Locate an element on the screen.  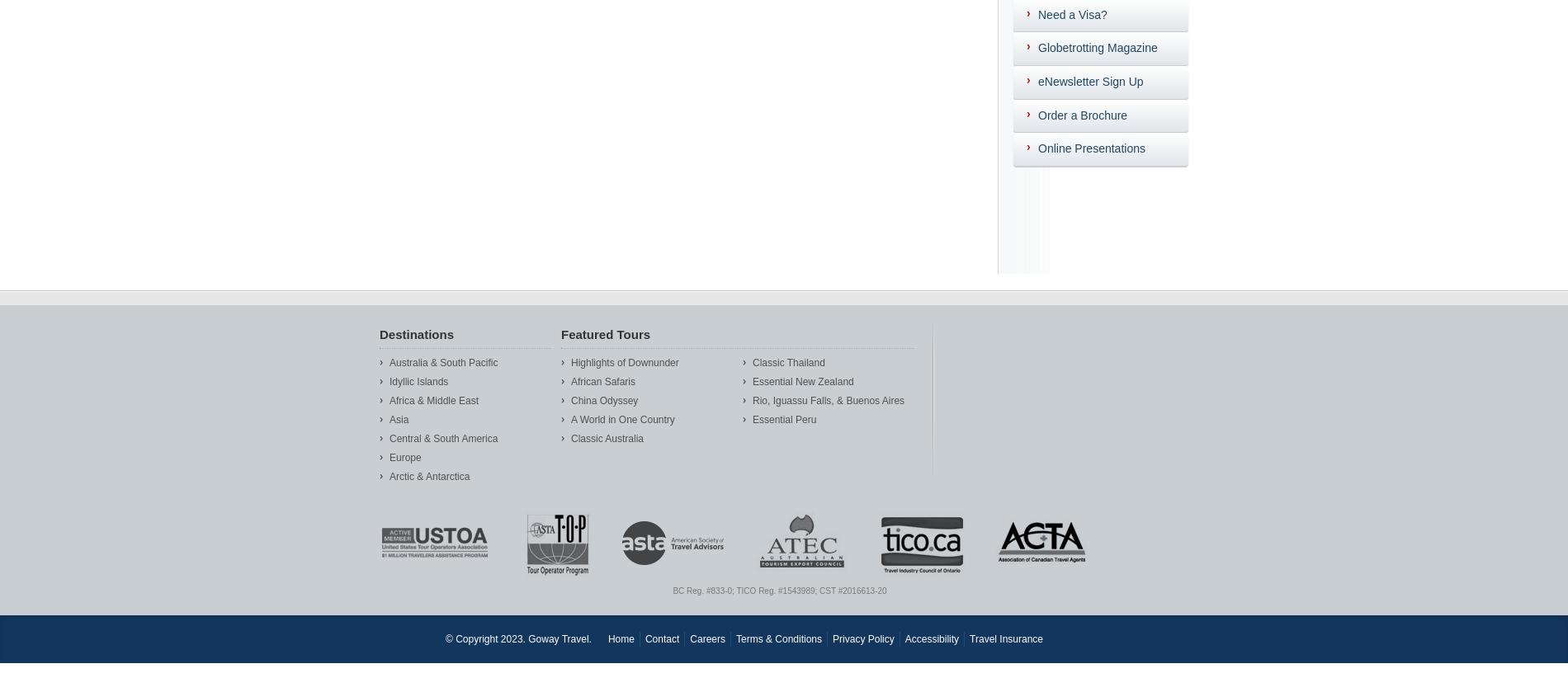
'Contact' is located at coordinates (660, 637).